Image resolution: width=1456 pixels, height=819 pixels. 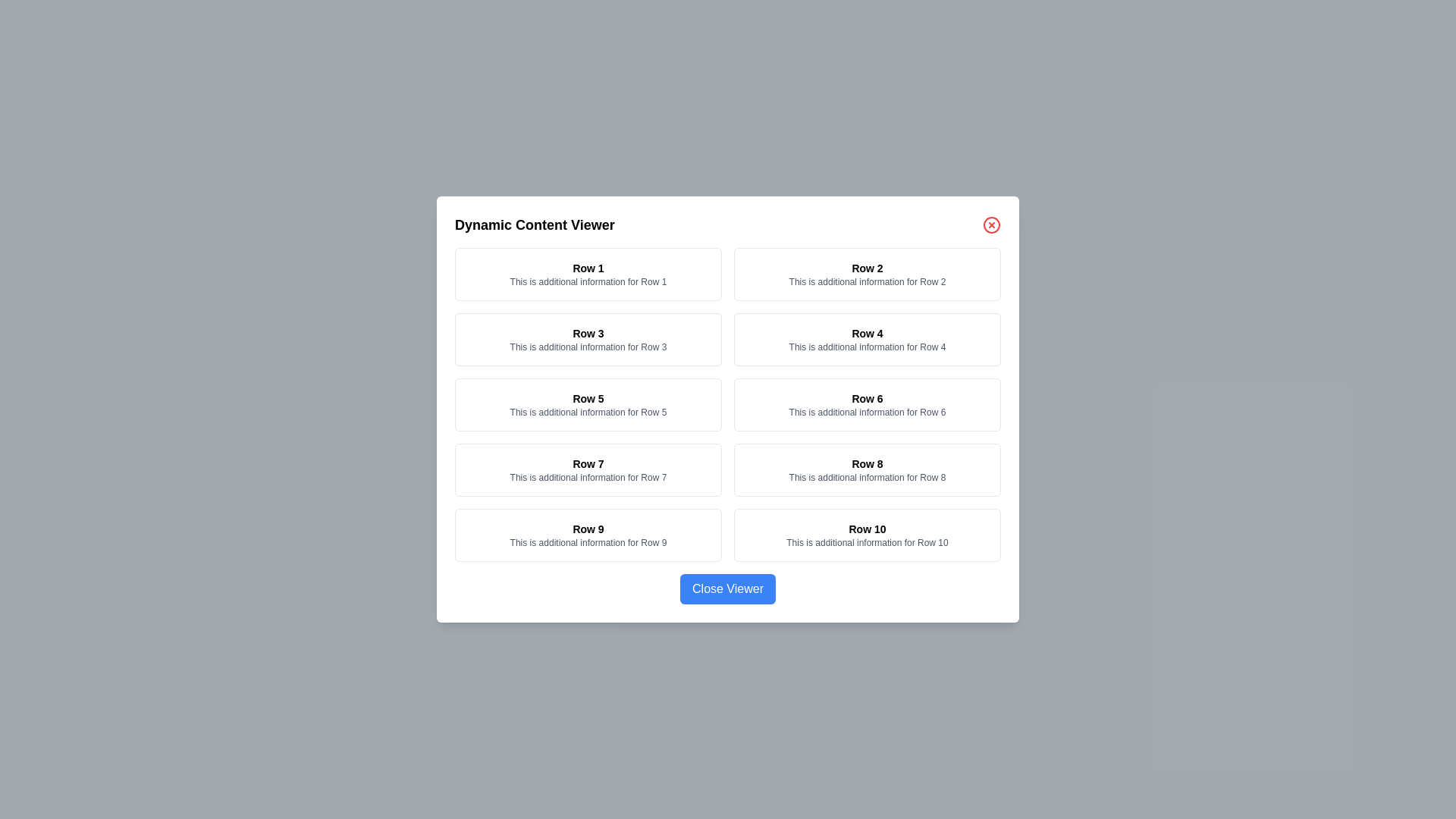 What do you see at coordinates (728, 588) in the screenshot?
I see `the 'Close Viewer' button to close the dialog` at bounding box center [728, 588].